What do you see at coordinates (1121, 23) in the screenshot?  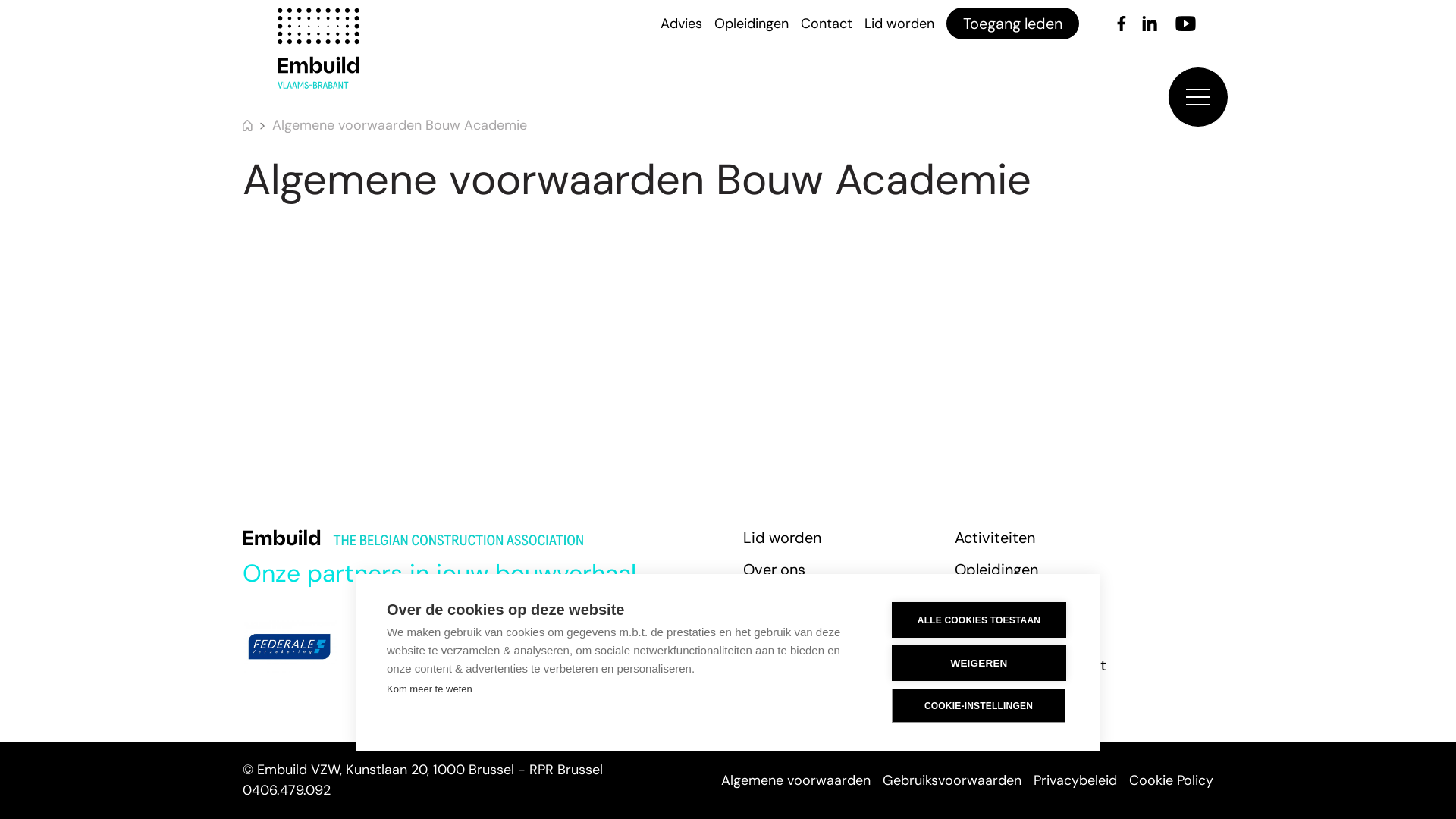 I see `'Facebook'` at bounding box center [1121, 23].